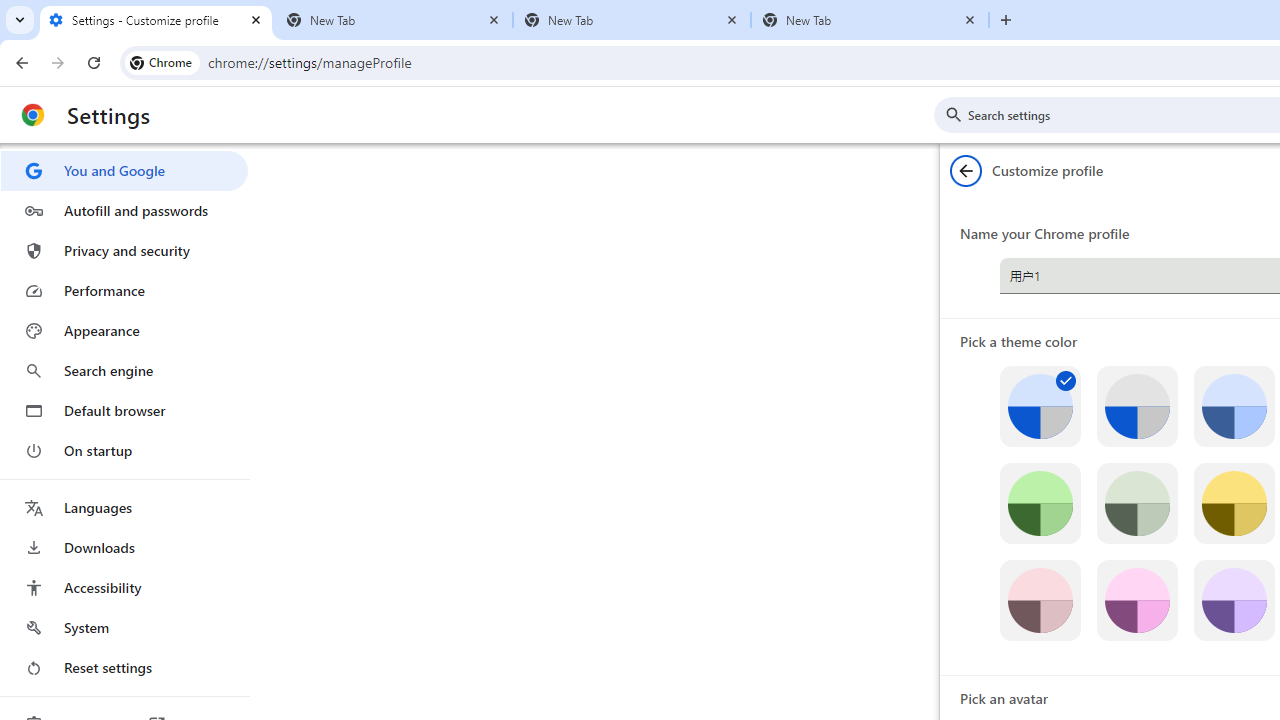 The image size is (1280, 720). What do you see at coordinates (155, 20) in the screenshot?
I see `'Settings - Customize profile'` at bounding box center [155, 20].